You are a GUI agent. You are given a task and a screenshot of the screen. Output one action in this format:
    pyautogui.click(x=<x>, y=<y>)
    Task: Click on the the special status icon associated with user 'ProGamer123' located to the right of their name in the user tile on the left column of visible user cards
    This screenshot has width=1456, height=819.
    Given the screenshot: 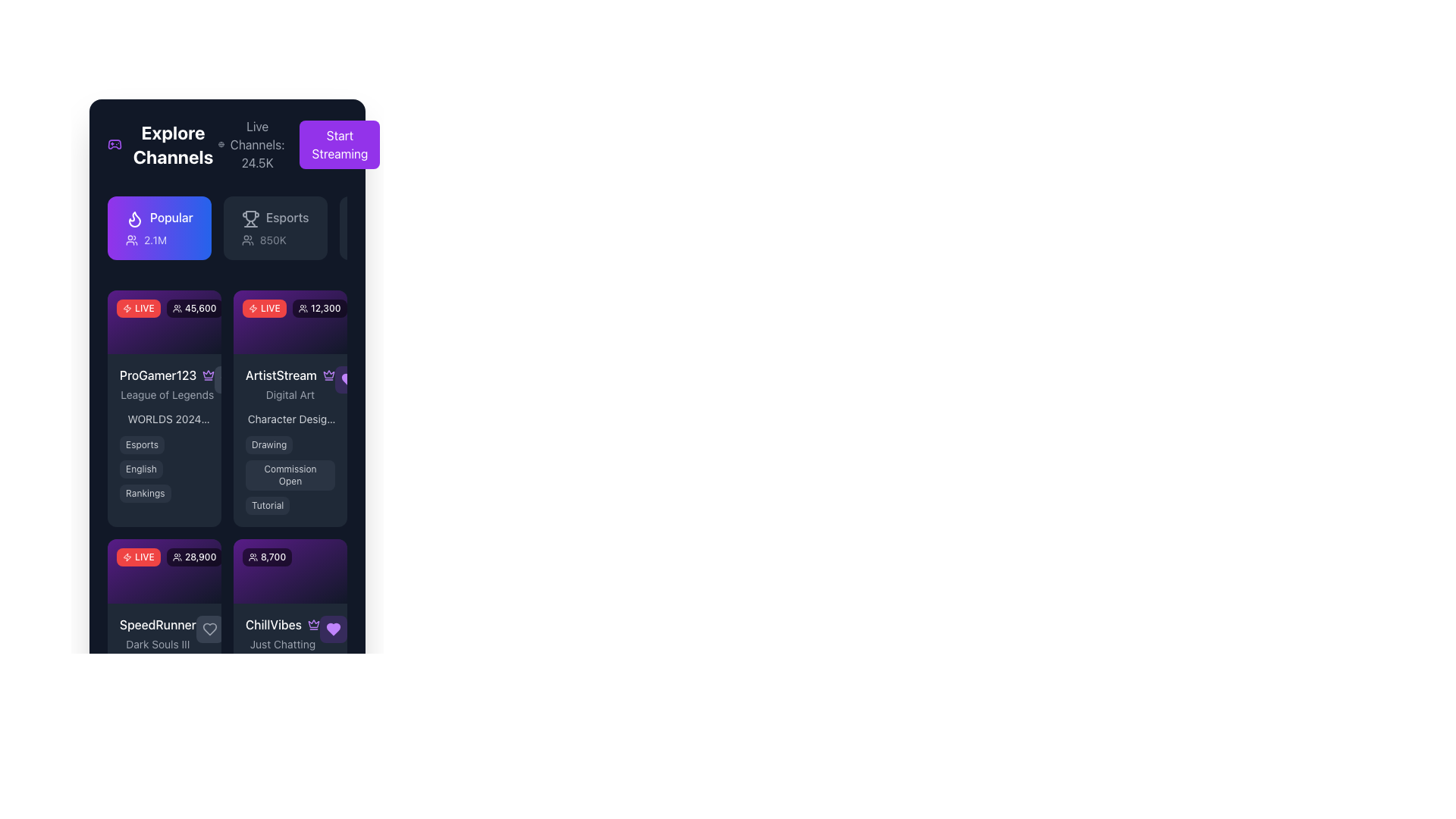 What is the action you would take?
    pyautogui.click(x=208, y=375)
    